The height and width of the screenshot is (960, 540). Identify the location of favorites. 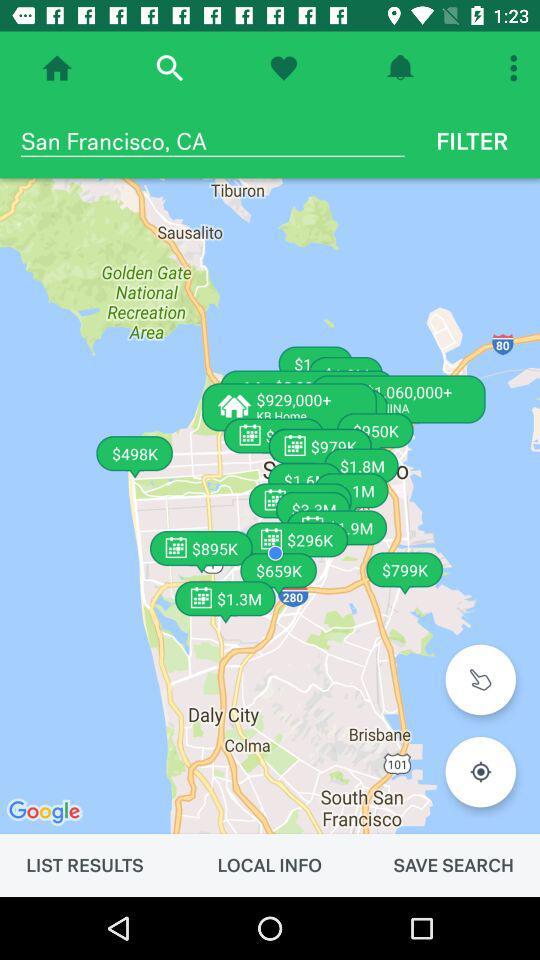
(282, 68).